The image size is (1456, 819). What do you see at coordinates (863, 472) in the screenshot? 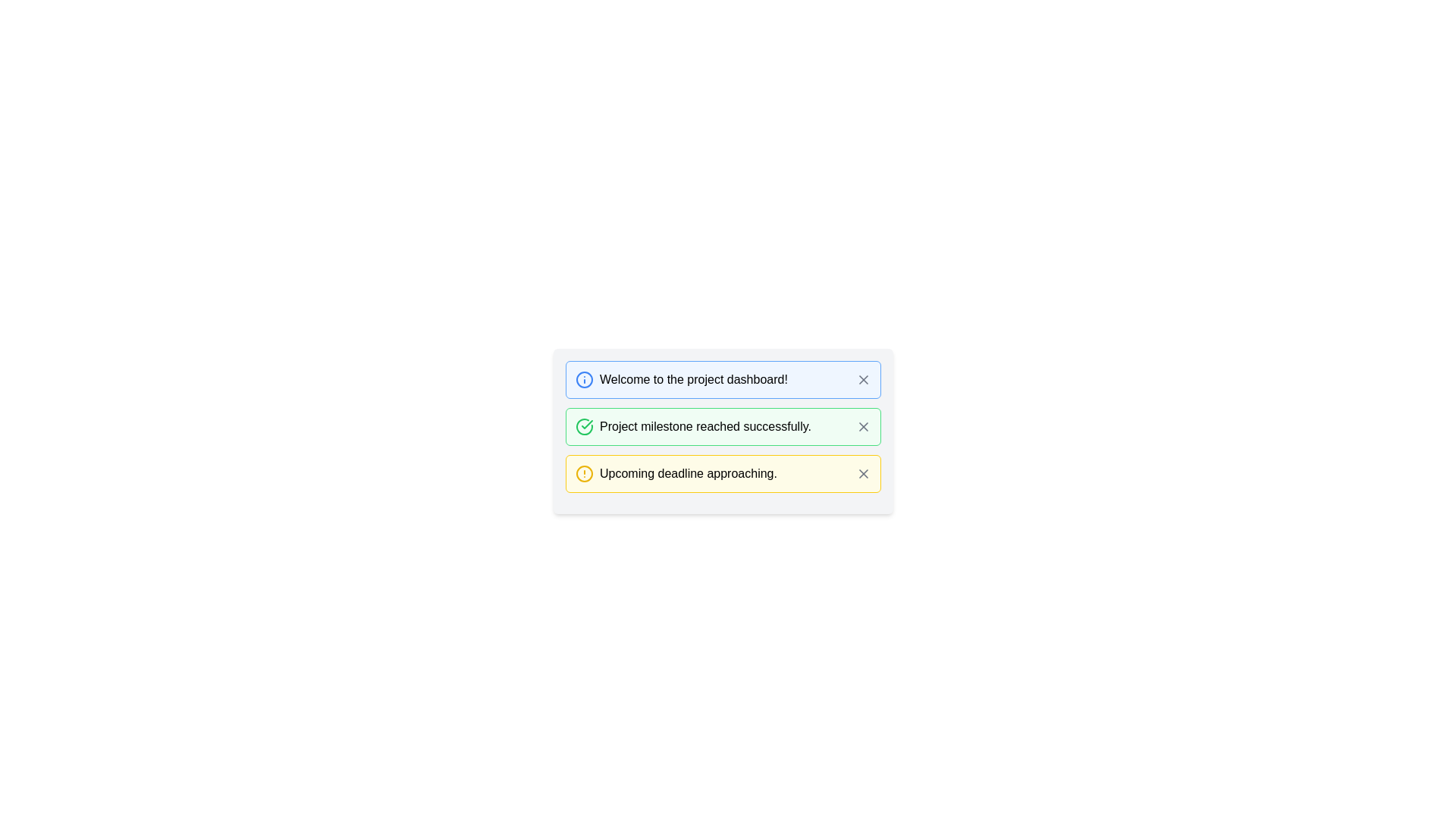
I see `the dismiss button located at the right end of the yellow-bordered notification box displaying 'Upcoming deadline approaching.'` at bounding box center [863, 472].